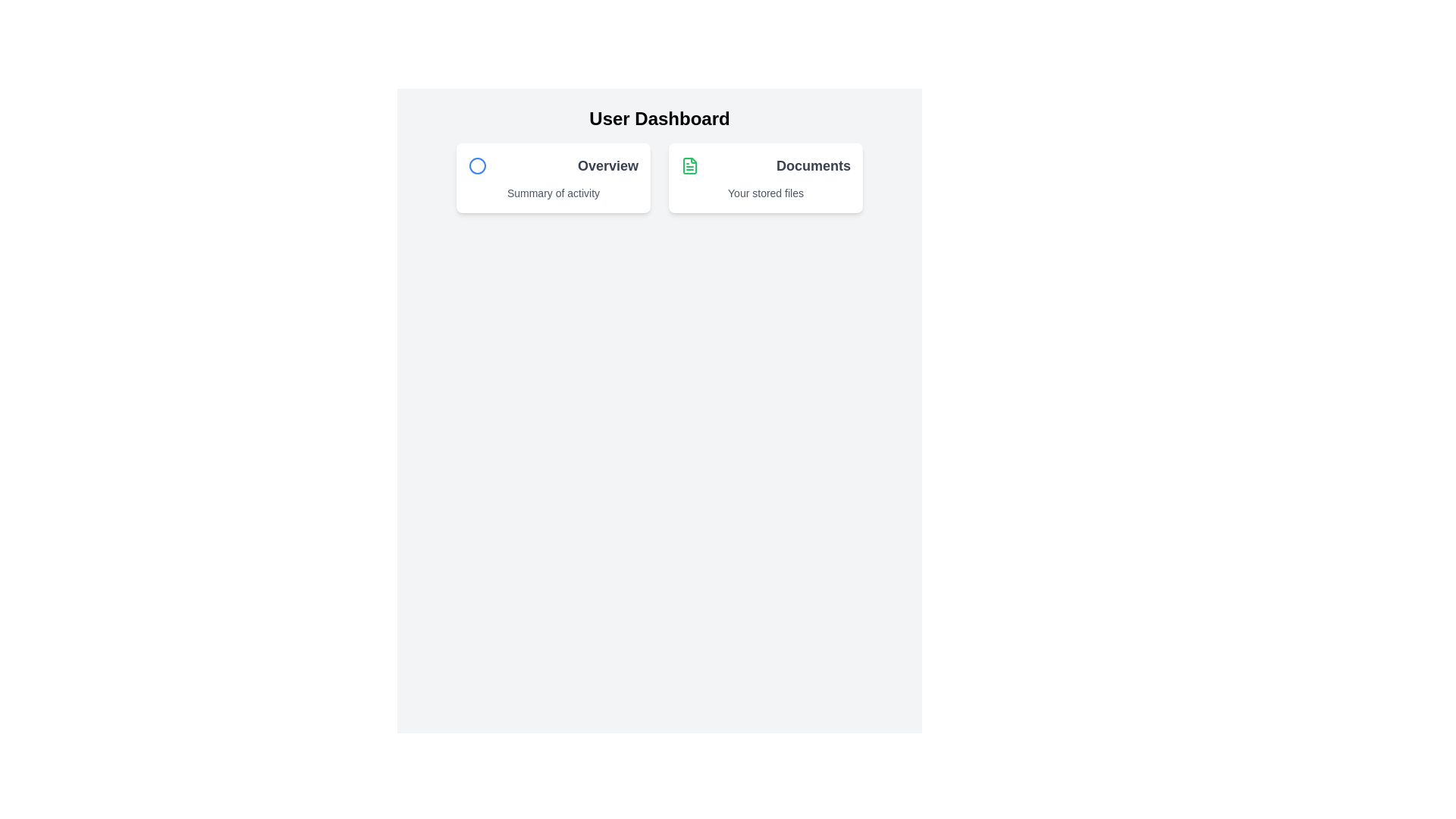 This screenshot has height=819, width=1456. What do you see at coordinates (476, 166) in the screenshot?
I see `the icon located in the left card under the 'User Dashboard' title, positioned above the 'Summary of activity' text` at bounding box center [476, 166].